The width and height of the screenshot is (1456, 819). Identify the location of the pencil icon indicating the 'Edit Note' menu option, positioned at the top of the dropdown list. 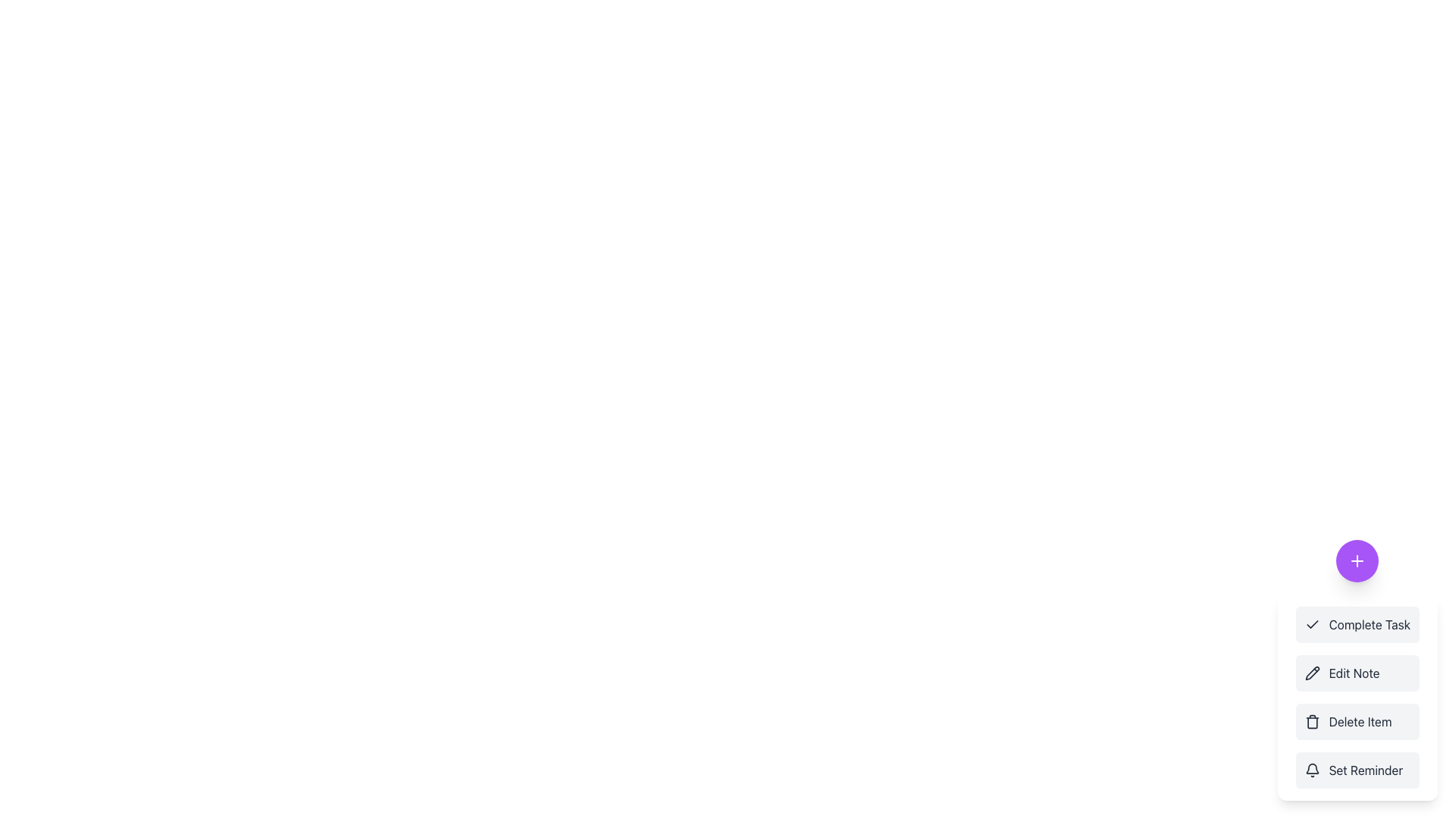
(1311, 672).